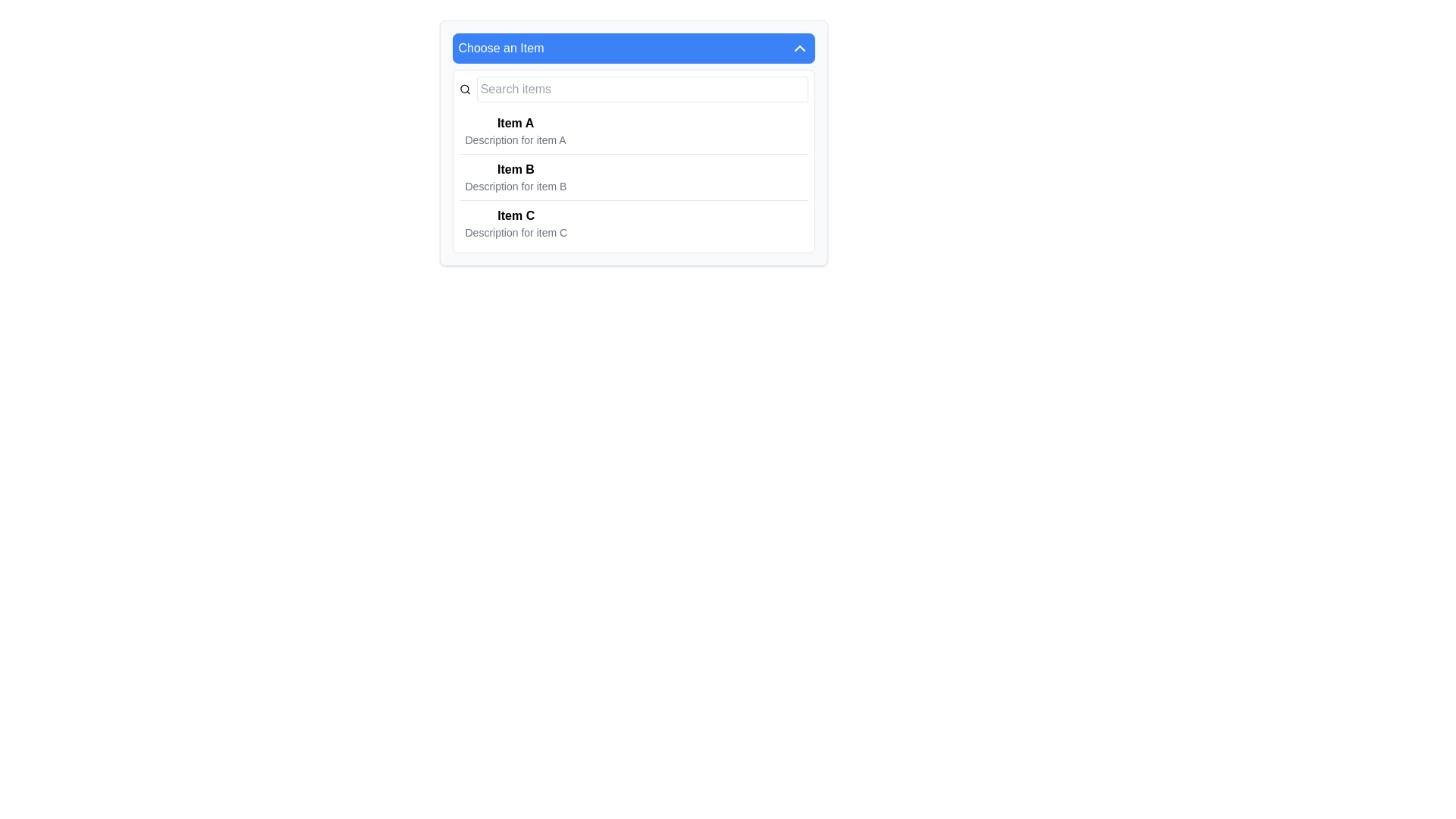 This screenshot has width=1456, height=819. Describe the element at coordinates (633, 48) in the screenshot. I see `the dropdown toggle button located at the top of the dropdown interface` at that location.